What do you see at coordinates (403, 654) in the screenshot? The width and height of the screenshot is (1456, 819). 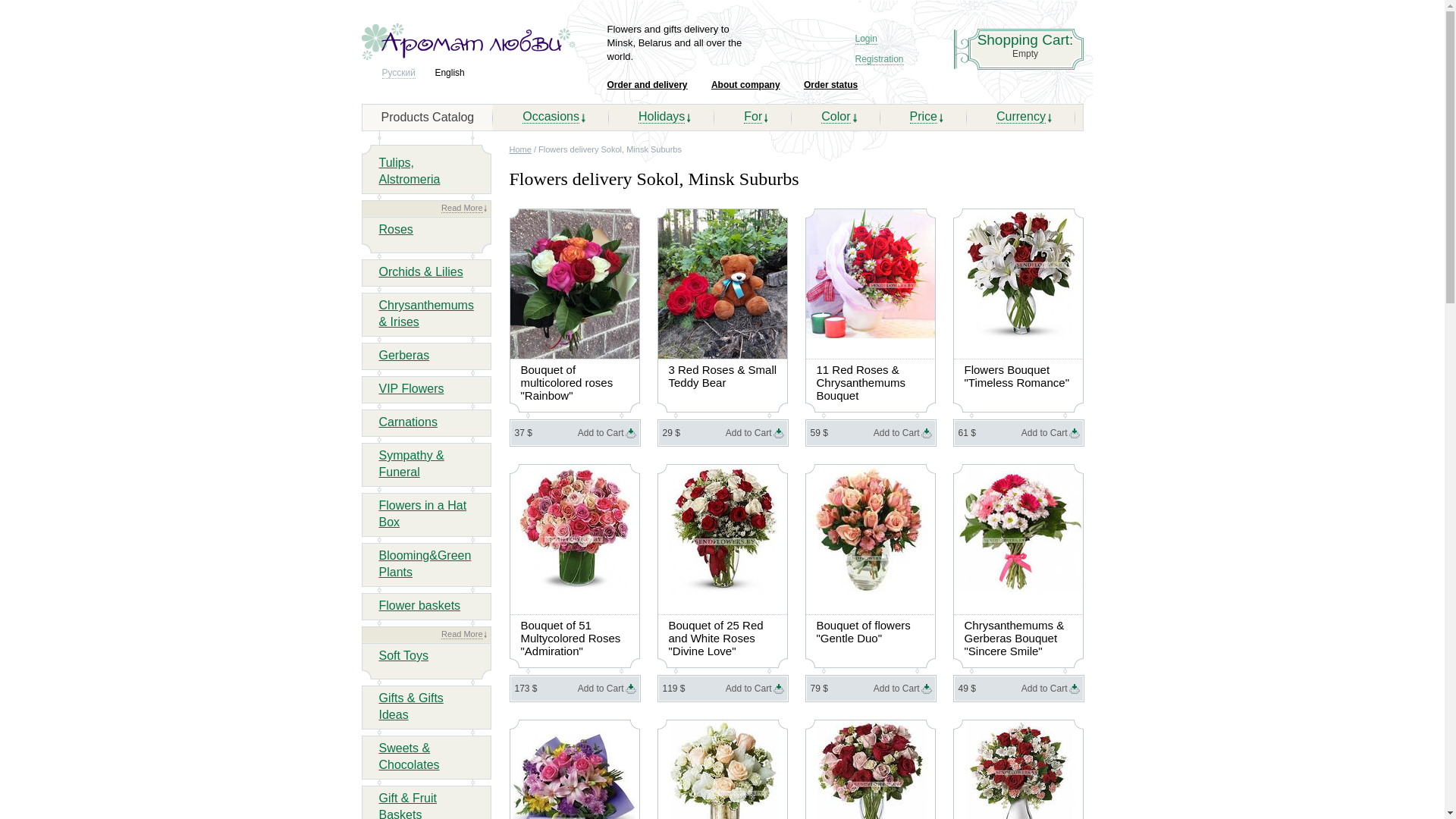 I see `'Soft Toys'` at bounding box center [403, 654].